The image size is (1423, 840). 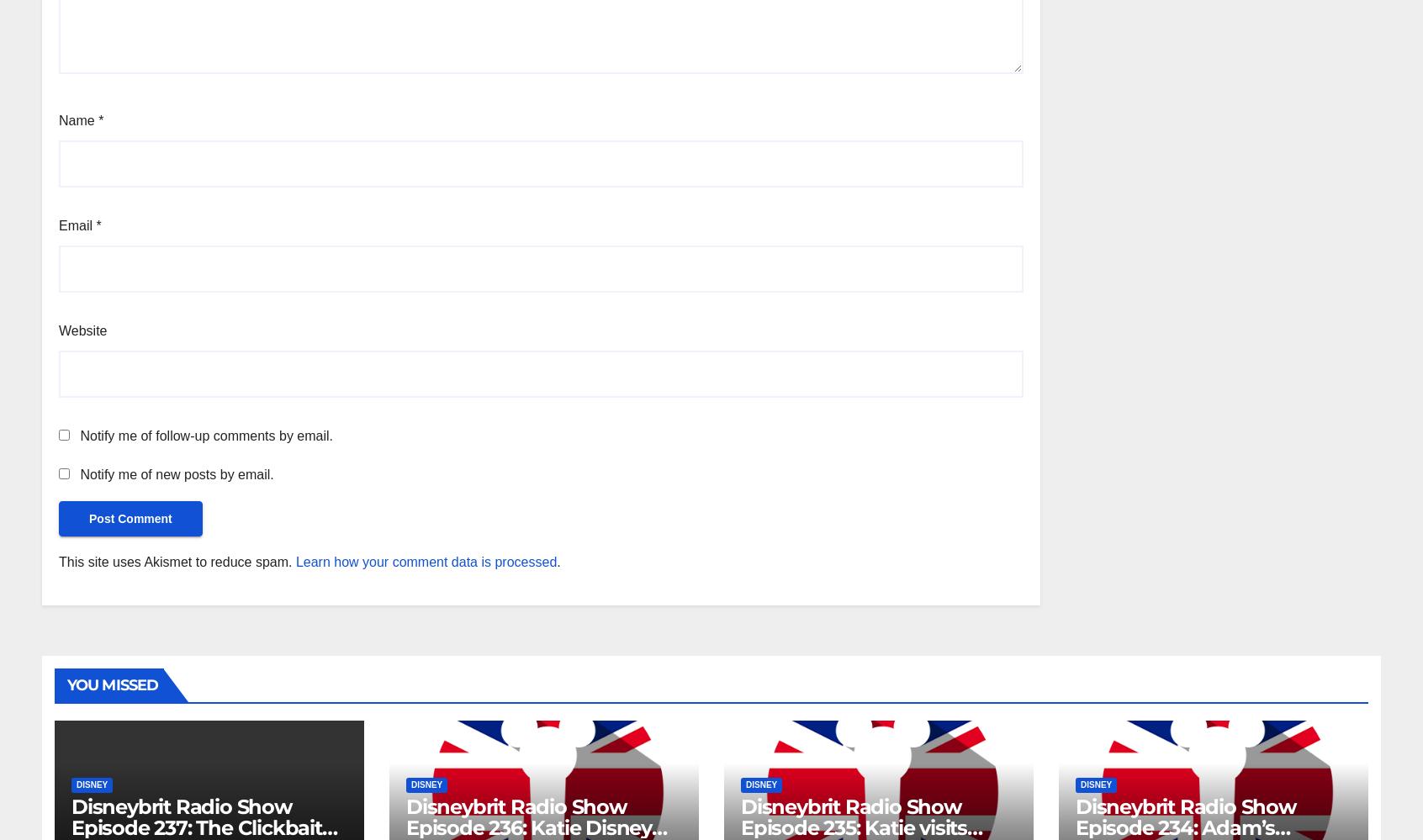 What do you see at coordinates (176, 561) in the screenshot?
I see `'This site uses Akismet to reduce spam.'` at bounding box center [176, 561].